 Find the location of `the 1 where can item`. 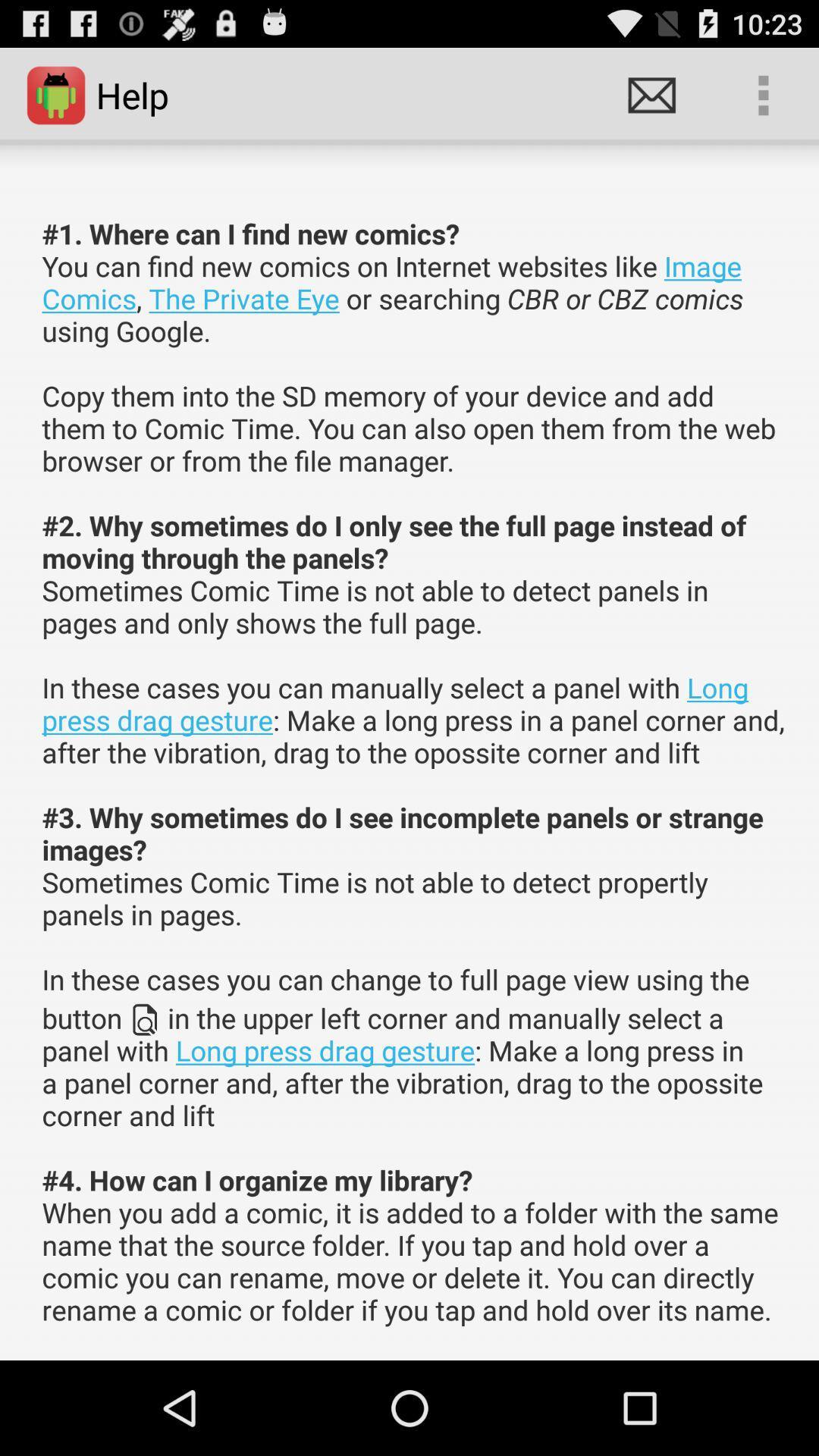

the 1 where can item is located at coordinates (414, 771).